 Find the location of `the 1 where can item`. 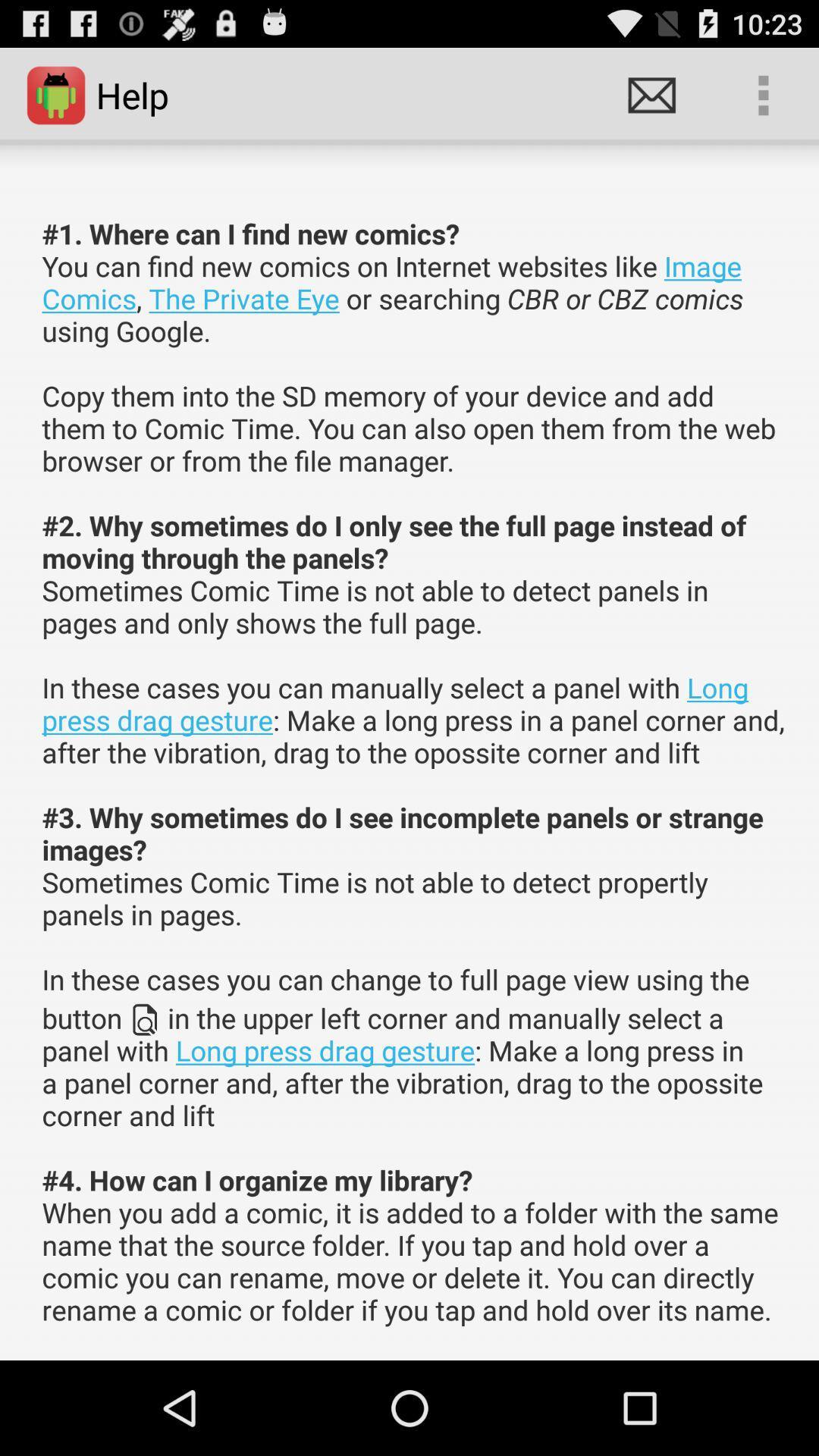

the 1 where can item is located at coordinates (414, 771).